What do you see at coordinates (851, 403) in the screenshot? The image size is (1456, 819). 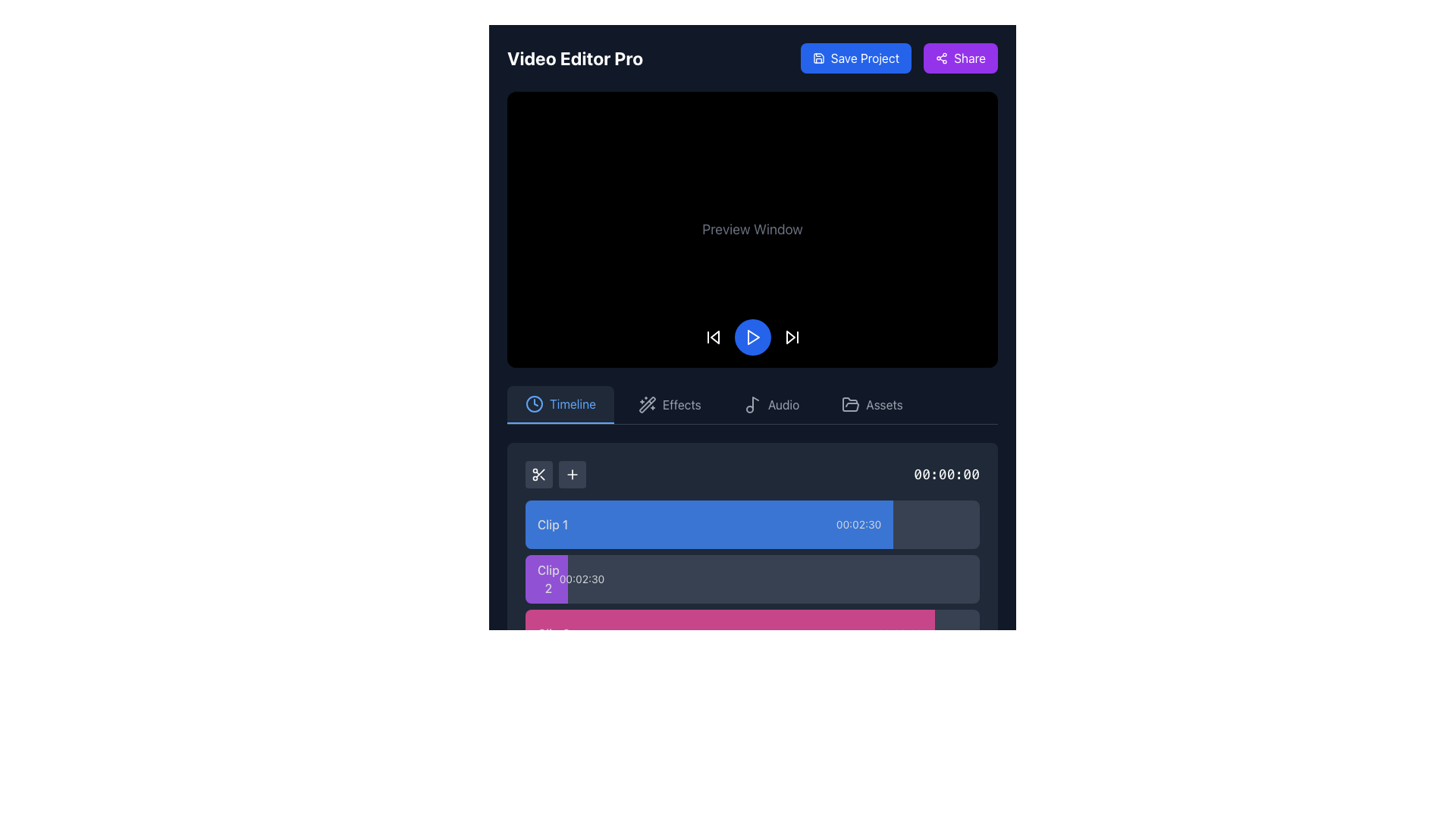 I see `the open folder icon located in the toolbar on the right-hand side of the interface` at bounding box center [851, 403].